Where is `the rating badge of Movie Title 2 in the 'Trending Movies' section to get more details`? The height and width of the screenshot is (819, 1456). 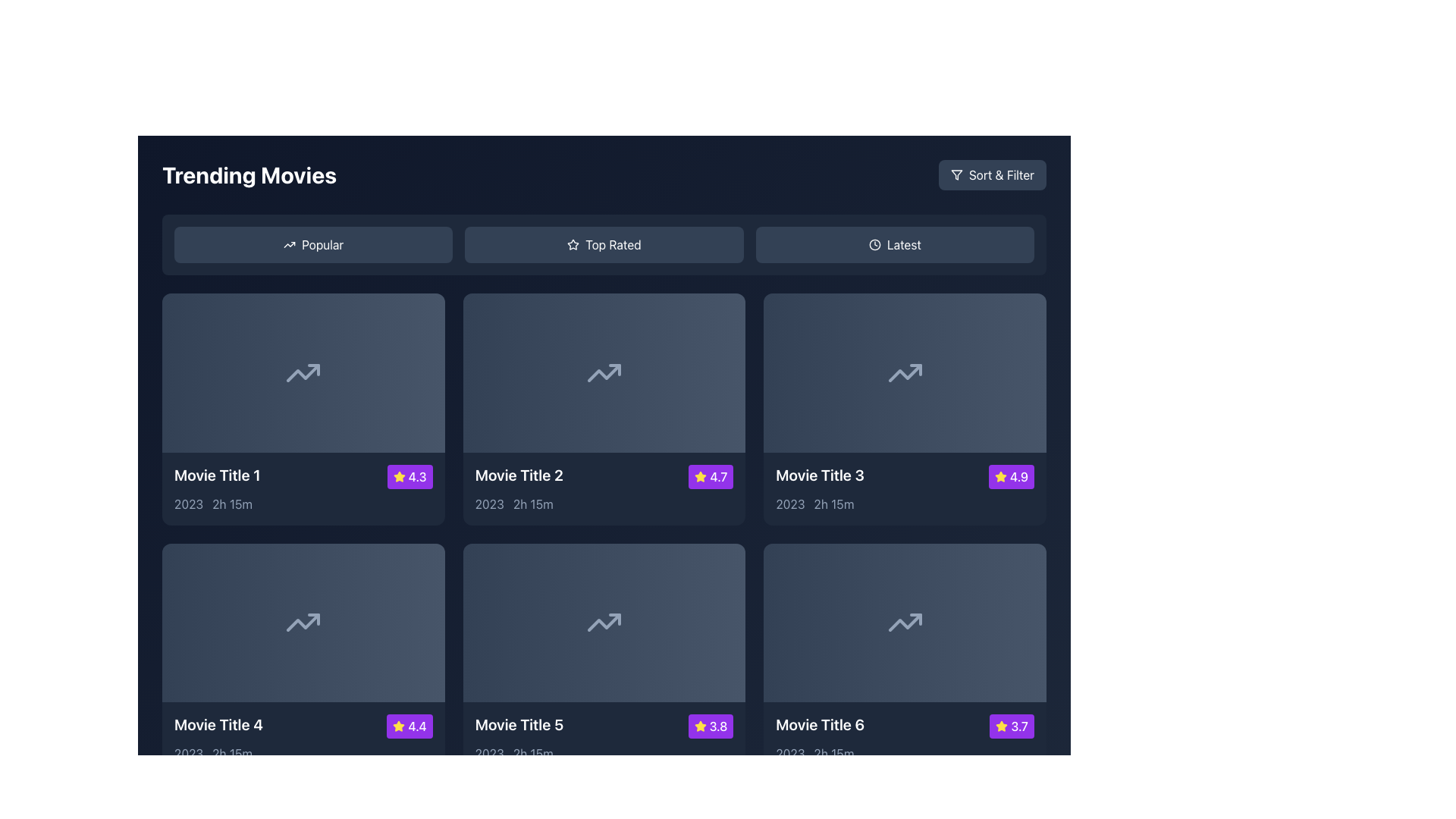
the rating badge of Movie Title 2 in the 'Trending Movies' section to get more details is located at coordinates (700, 475).